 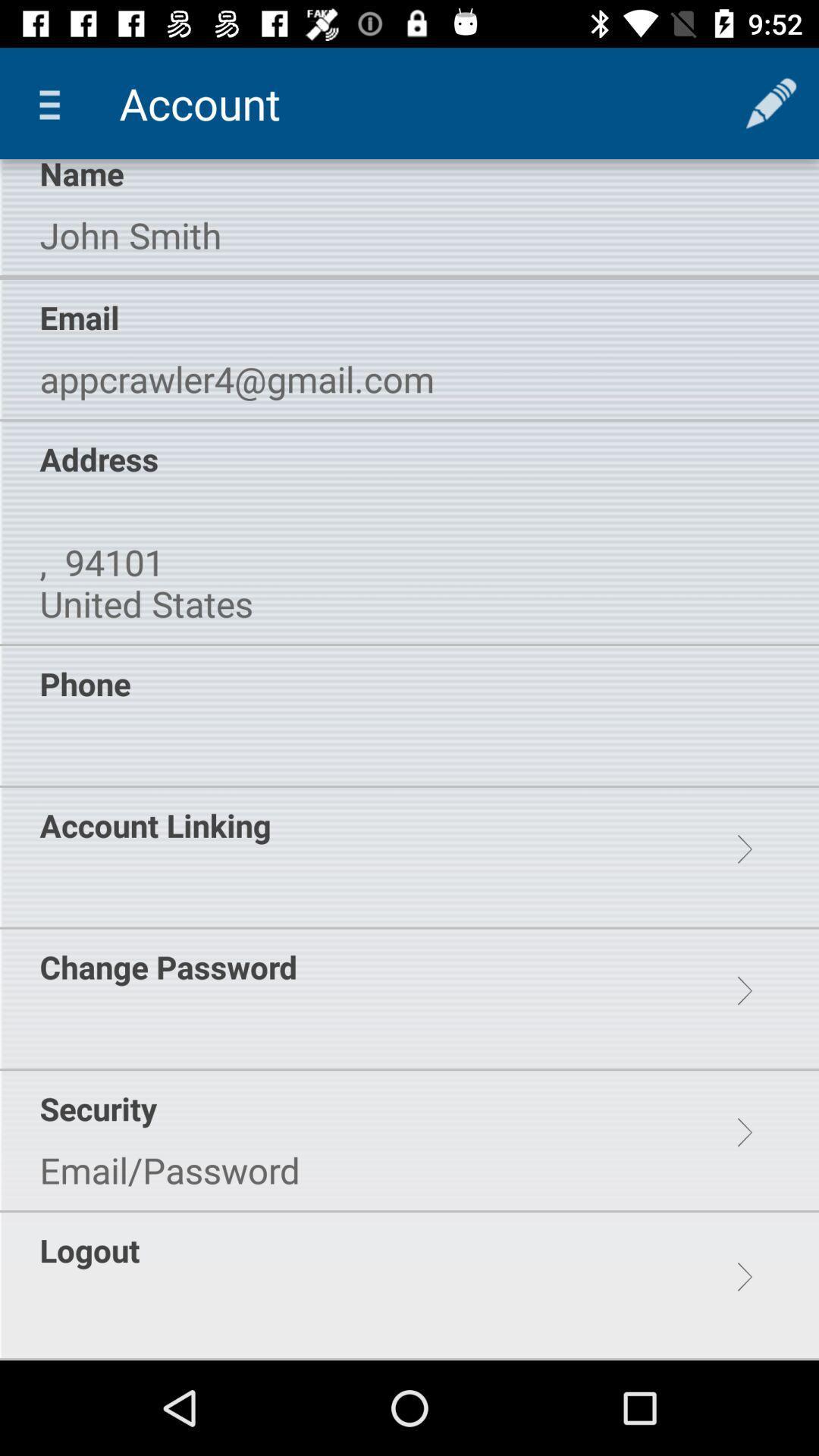 I want to click on email/password icon, so click(x=170, y=1169).